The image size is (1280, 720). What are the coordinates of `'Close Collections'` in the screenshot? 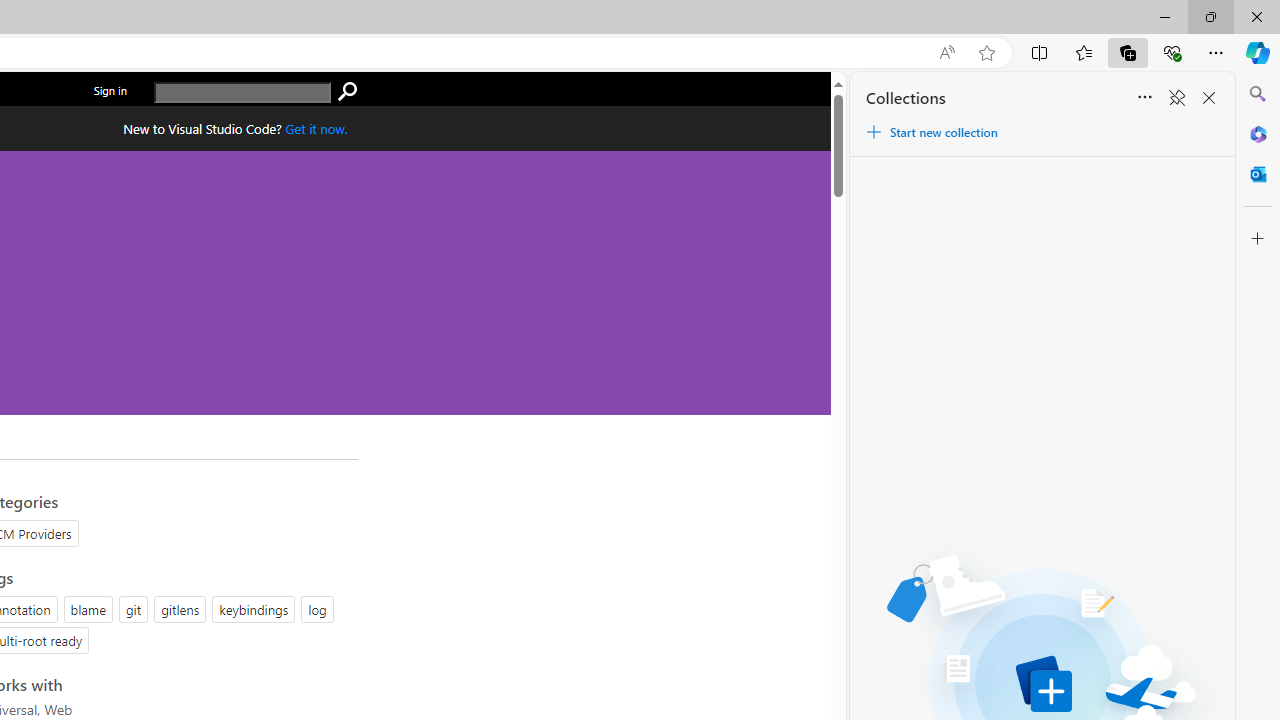 It's located at (1207, 98).